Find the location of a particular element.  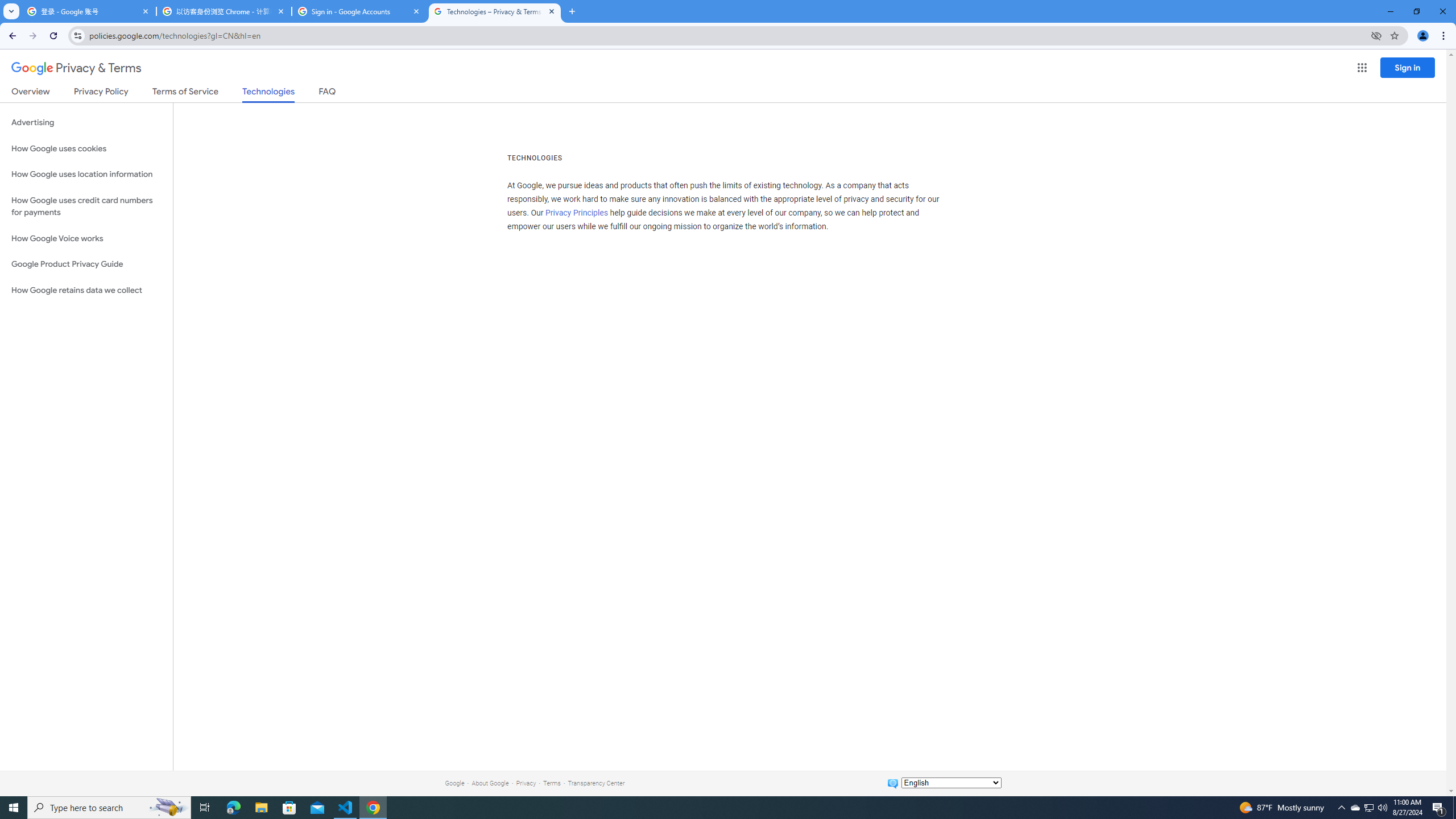

'Change language:' is located at coordinates (950, 781).